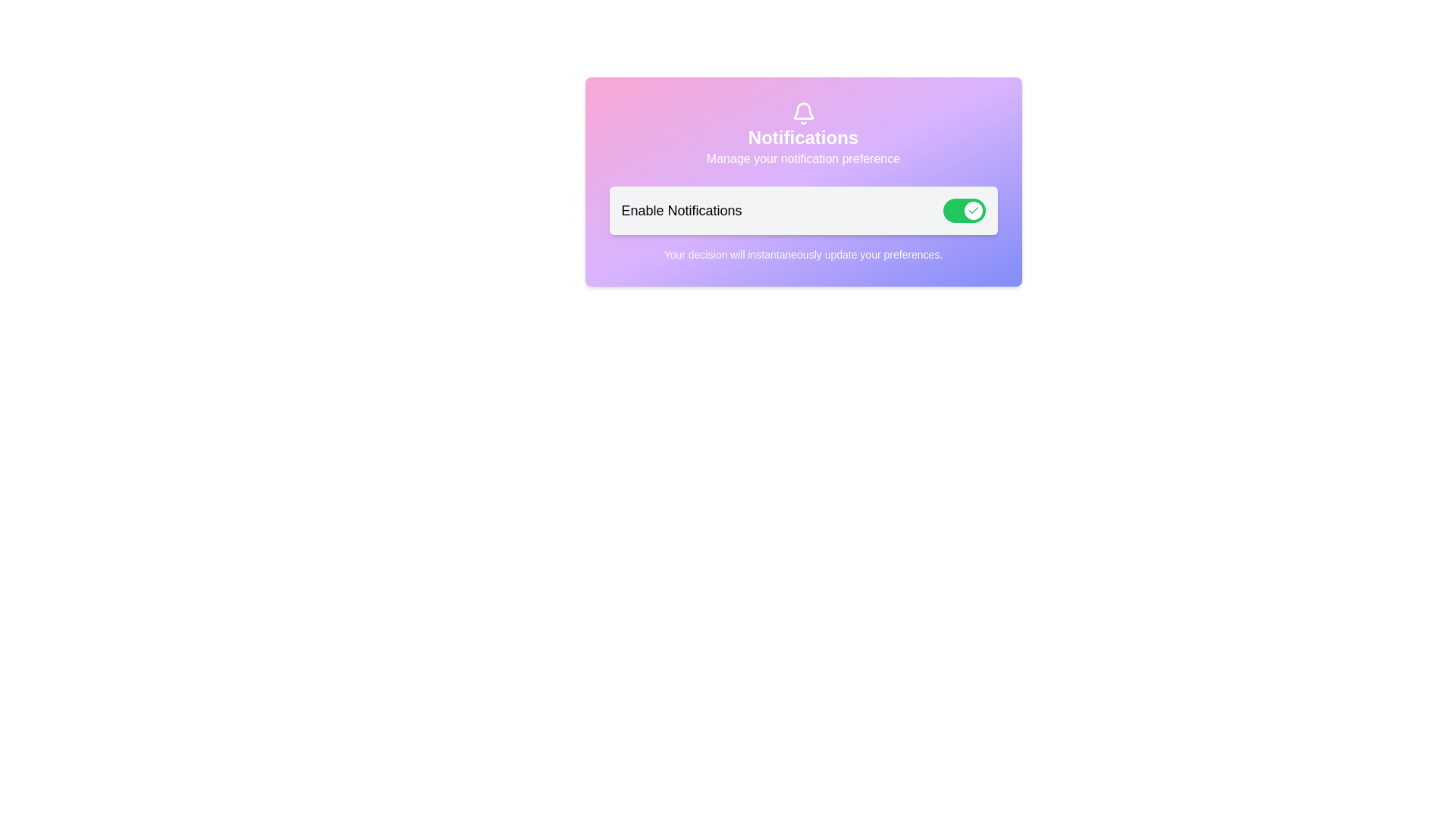  I want to click on the active green toggle switch, which features a white circular knob with a green check mark icon, to change its state, so click(963, 210).